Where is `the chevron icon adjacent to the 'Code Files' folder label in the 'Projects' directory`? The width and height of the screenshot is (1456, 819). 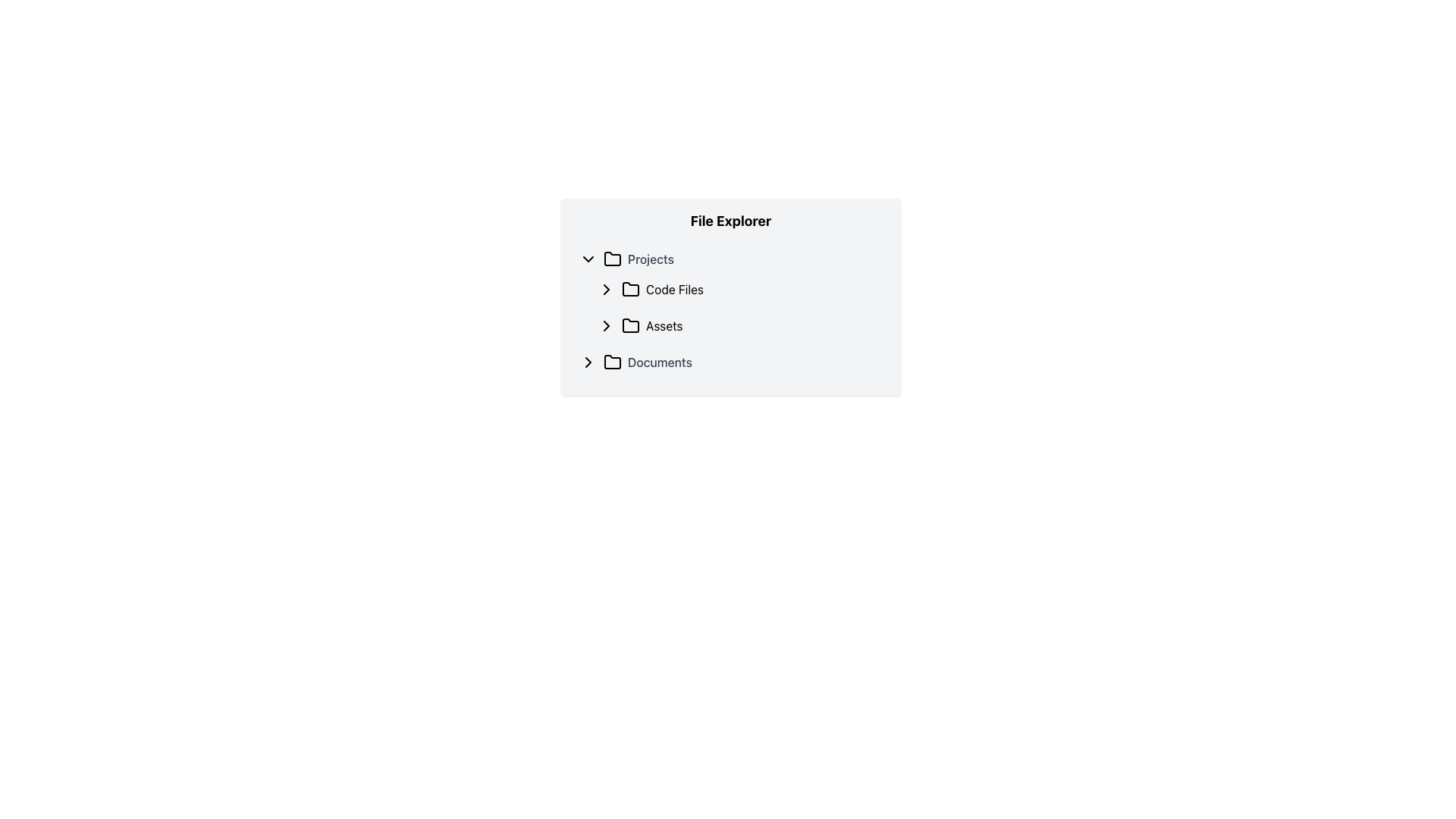 the chevron icon adjacent to the 'Code Files' folder label in the 'Projects' directory is located at coordinates (607, 289).